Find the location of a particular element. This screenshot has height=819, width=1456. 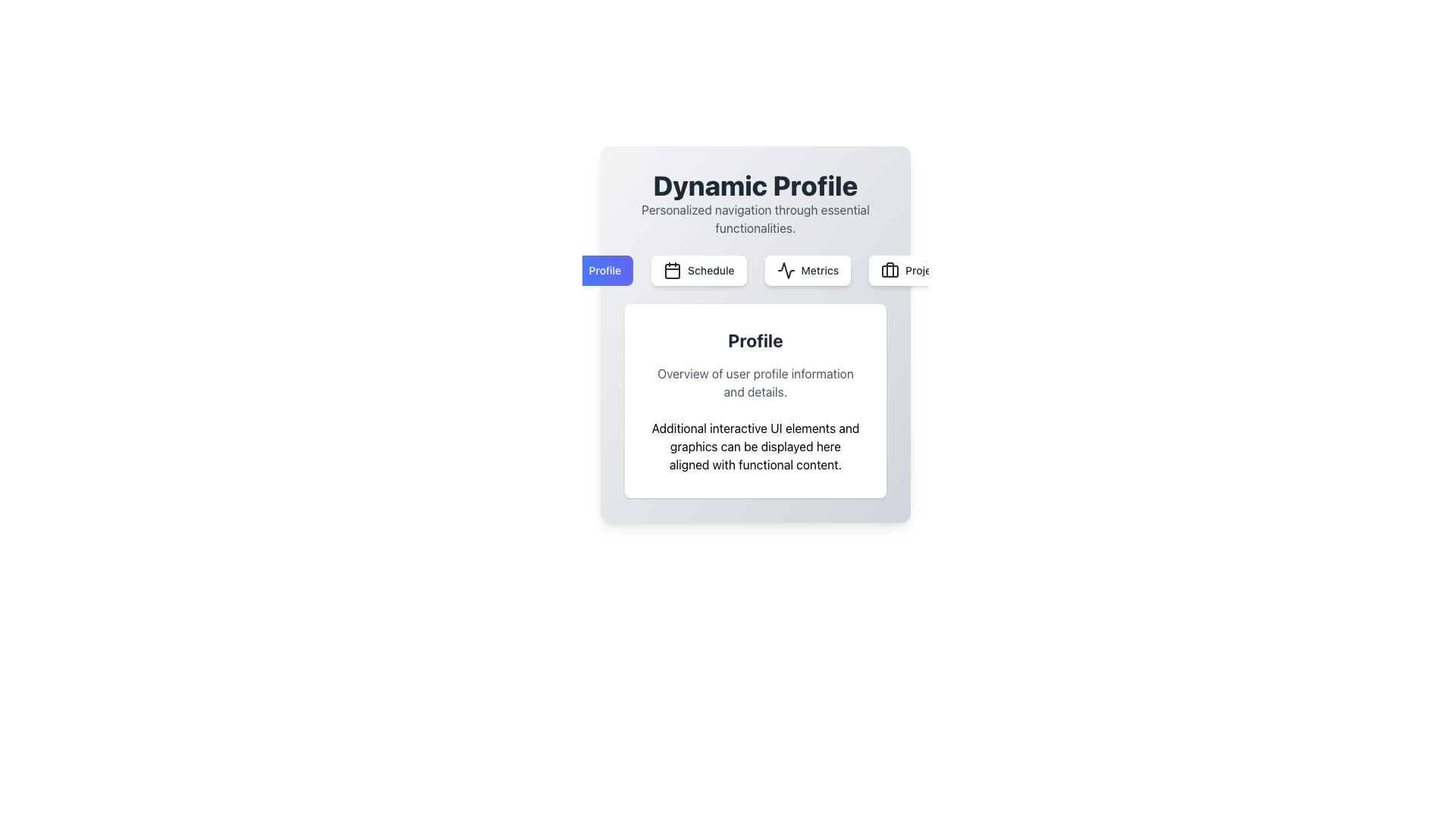

the 'Projects' text label located next to the briefcase icon in the last navigation button under the 'Dynamic Profile' heading is located at coordinates (925, 270).